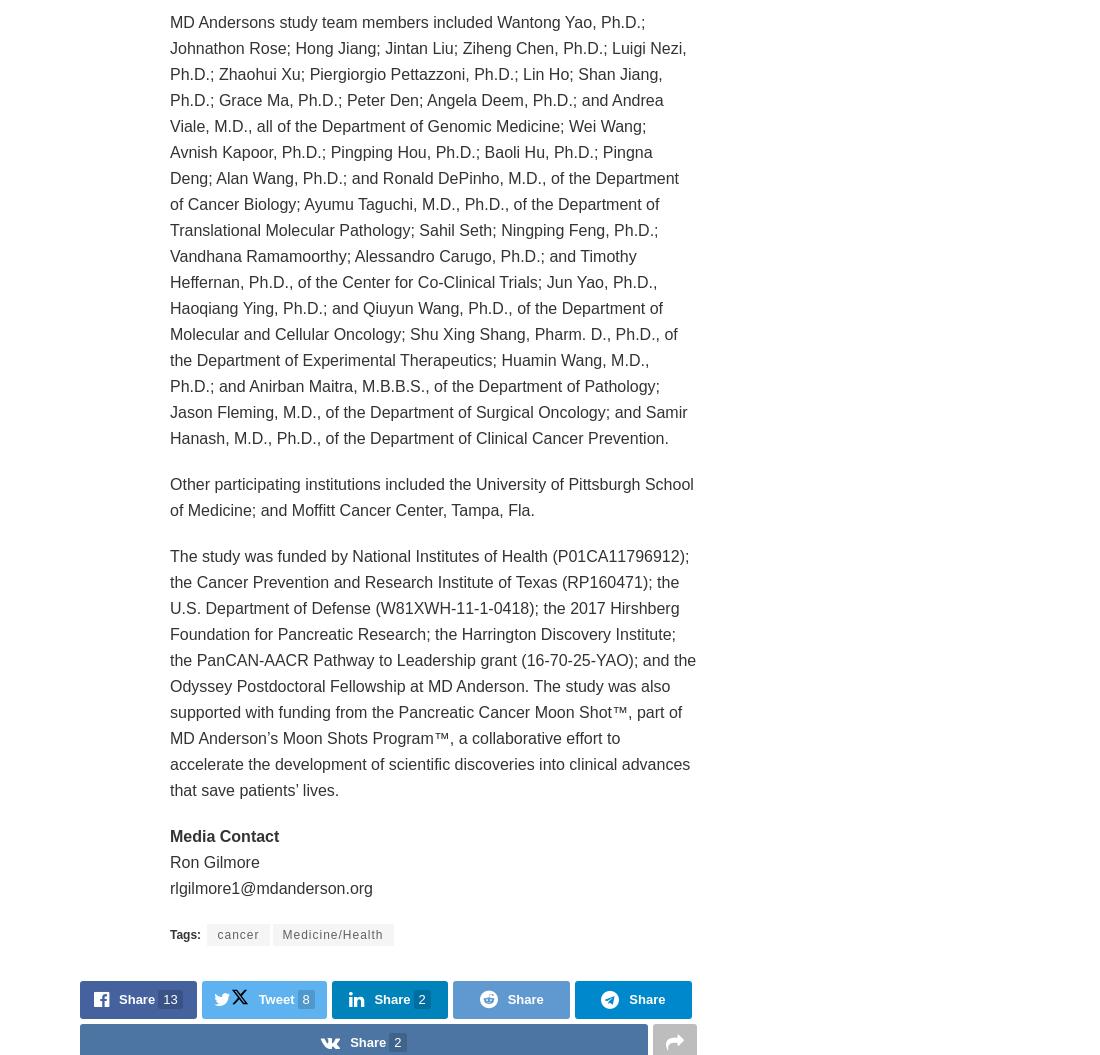  What do you see at coordinates (214, 861) in the screenshot?
I see `'Ron Gilmore'` at bounding box center [214, 861].